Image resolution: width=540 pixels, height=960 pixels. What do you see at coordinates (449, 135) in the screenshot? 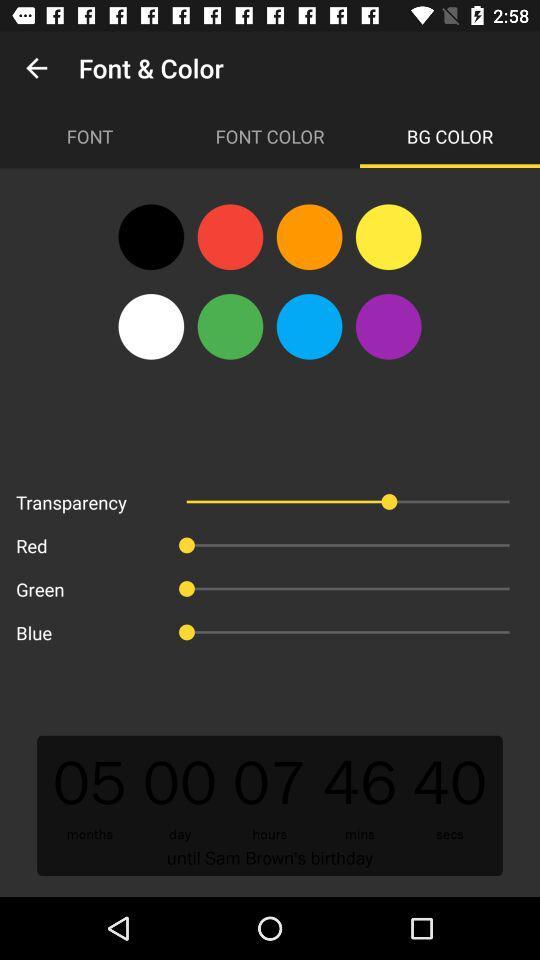
I see `the icon to the right of font color` at bounding box center [449, 135].